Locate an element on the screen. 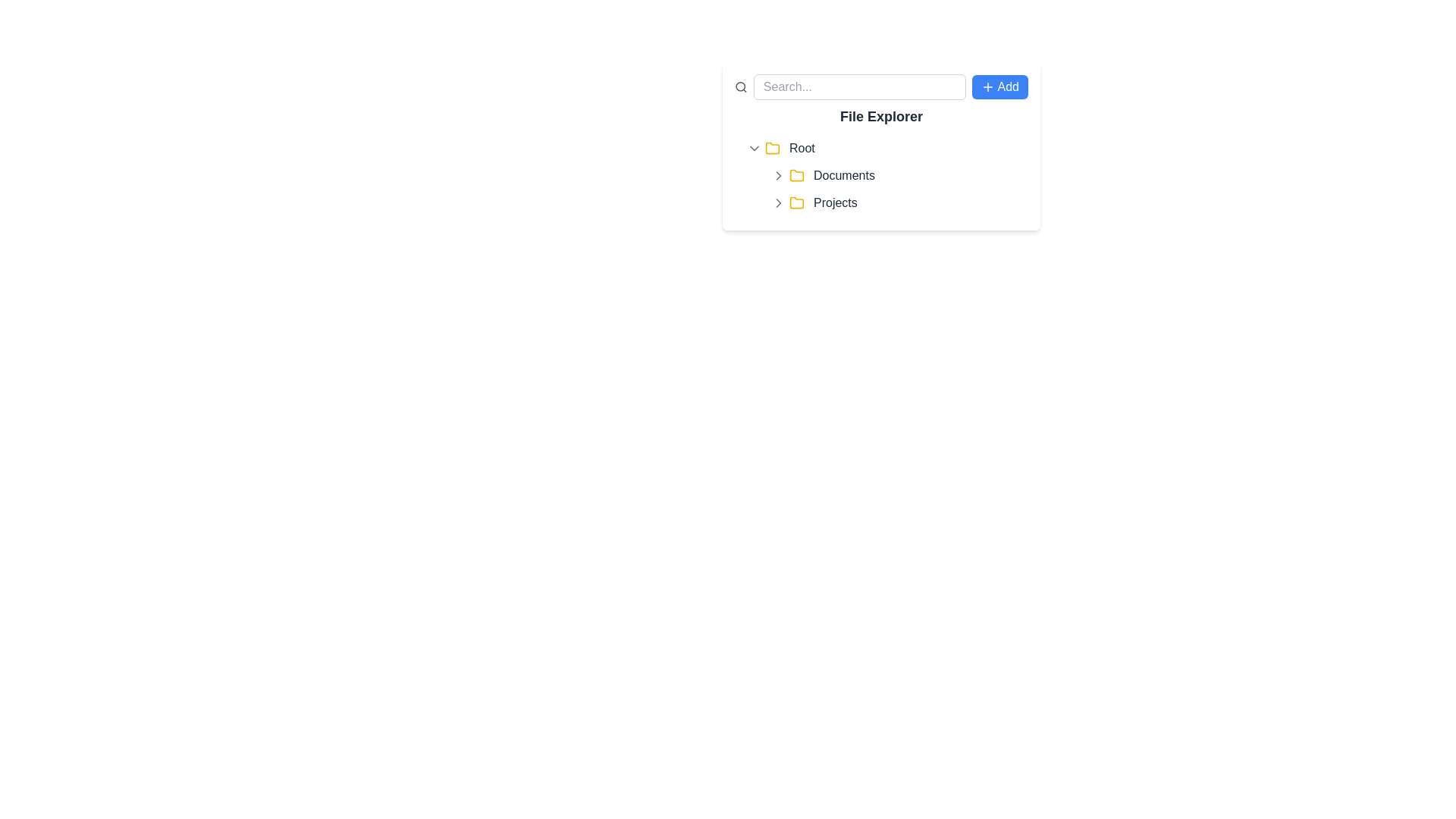 This screenshot has width=1456, height=819. the yellow folder icon with rounded strokes located to the left of the 'Root' text label is located at coordinates (772, 149).